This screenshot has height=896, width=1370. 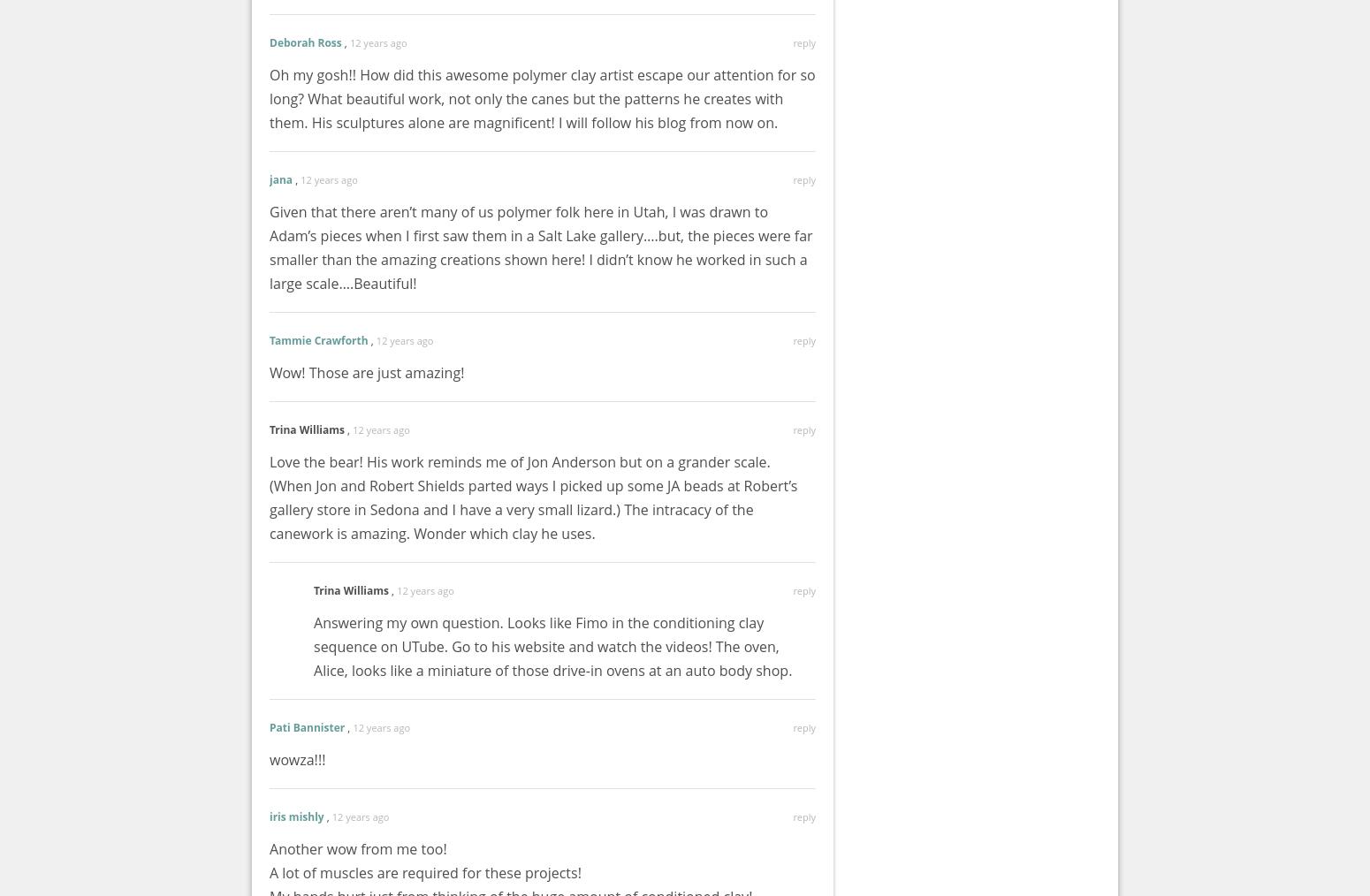 What do you see at coordinates (317, 339) in the screenshot?
I see `'Tammie Crawforth'` at bounding box center [317, 339].